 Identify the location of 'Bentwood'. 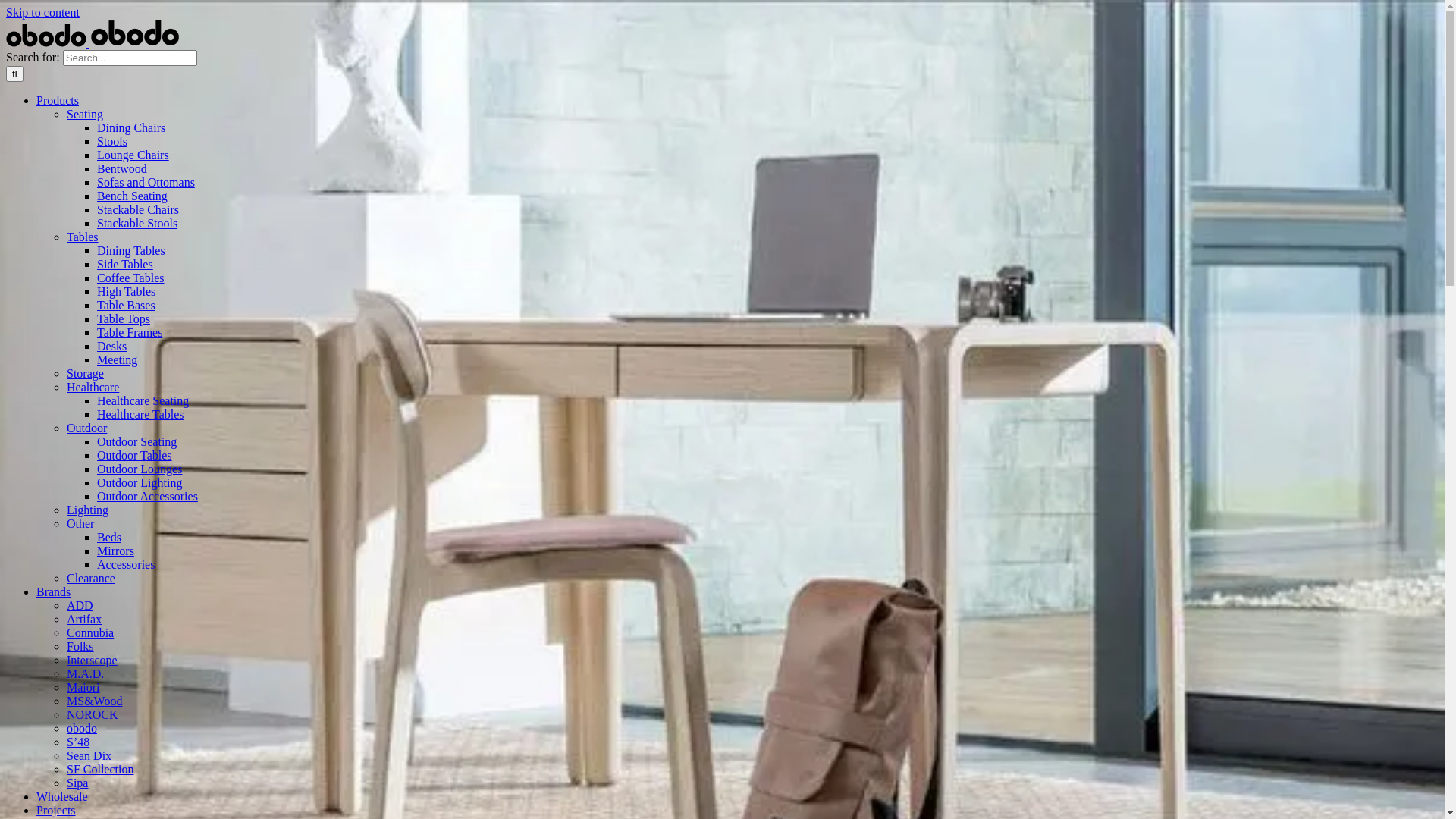
(96, 168).